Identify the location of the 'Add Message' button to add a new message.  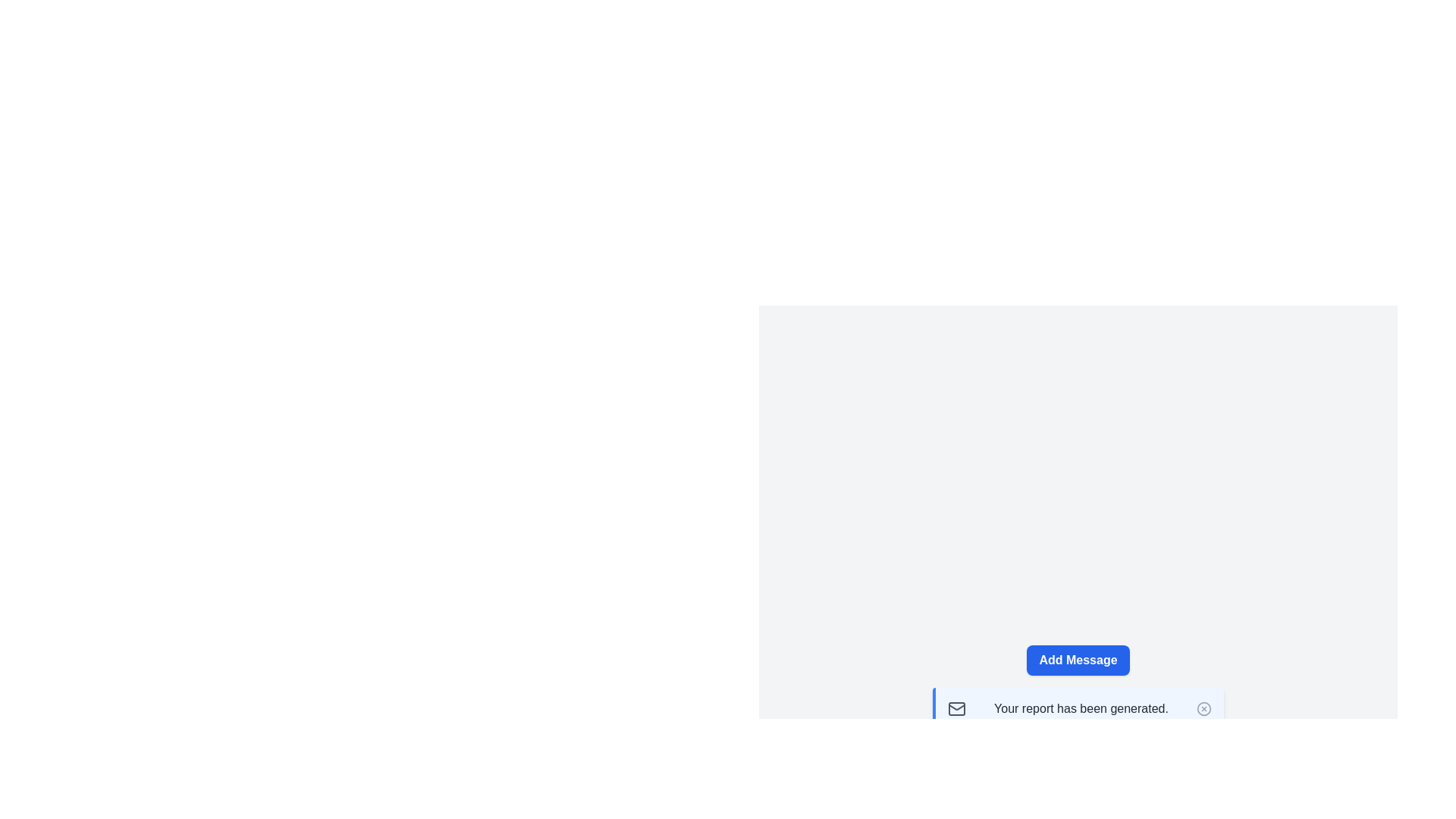
(1077, 660).